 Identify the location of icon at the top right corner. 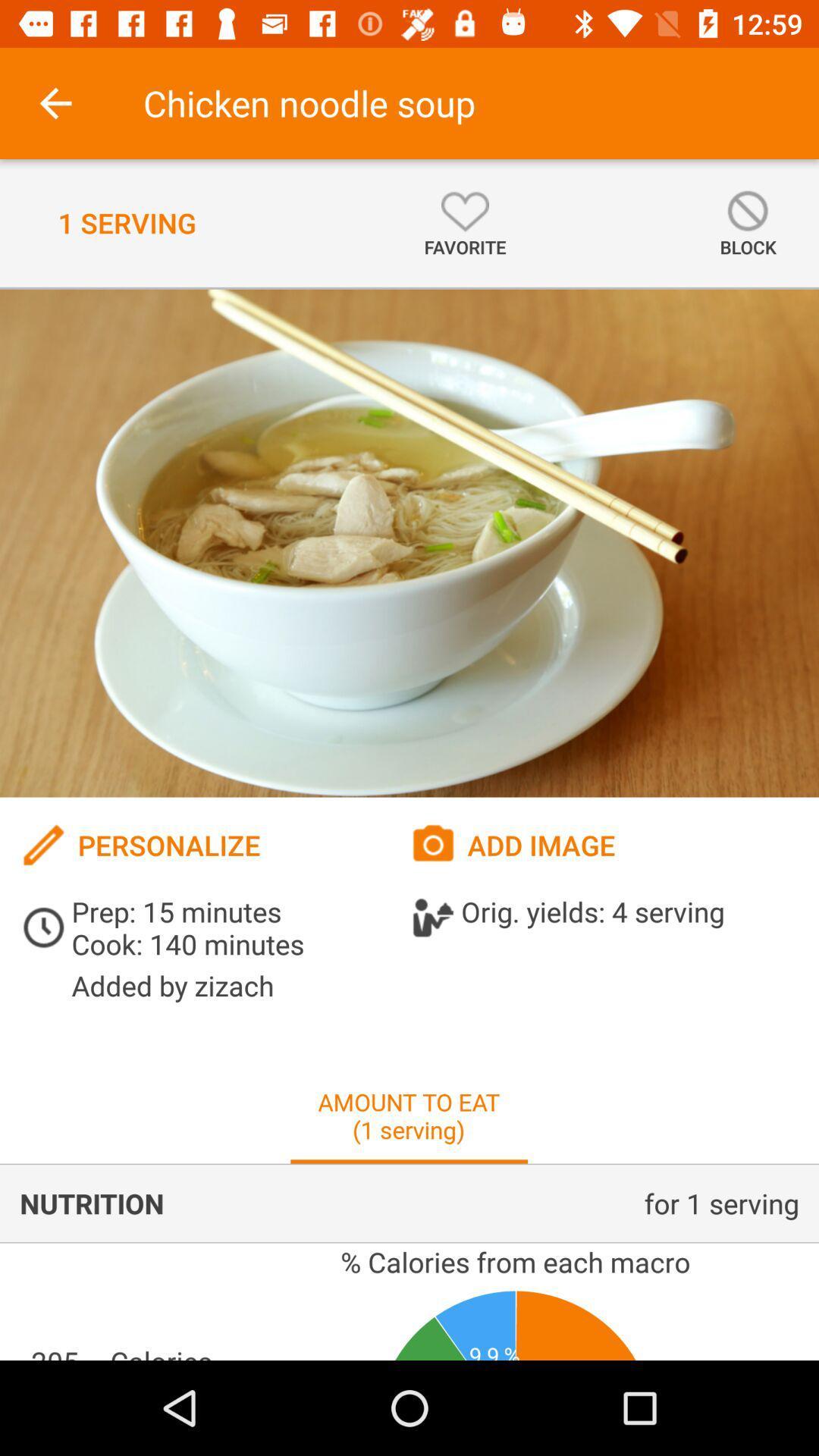
(747, 222).